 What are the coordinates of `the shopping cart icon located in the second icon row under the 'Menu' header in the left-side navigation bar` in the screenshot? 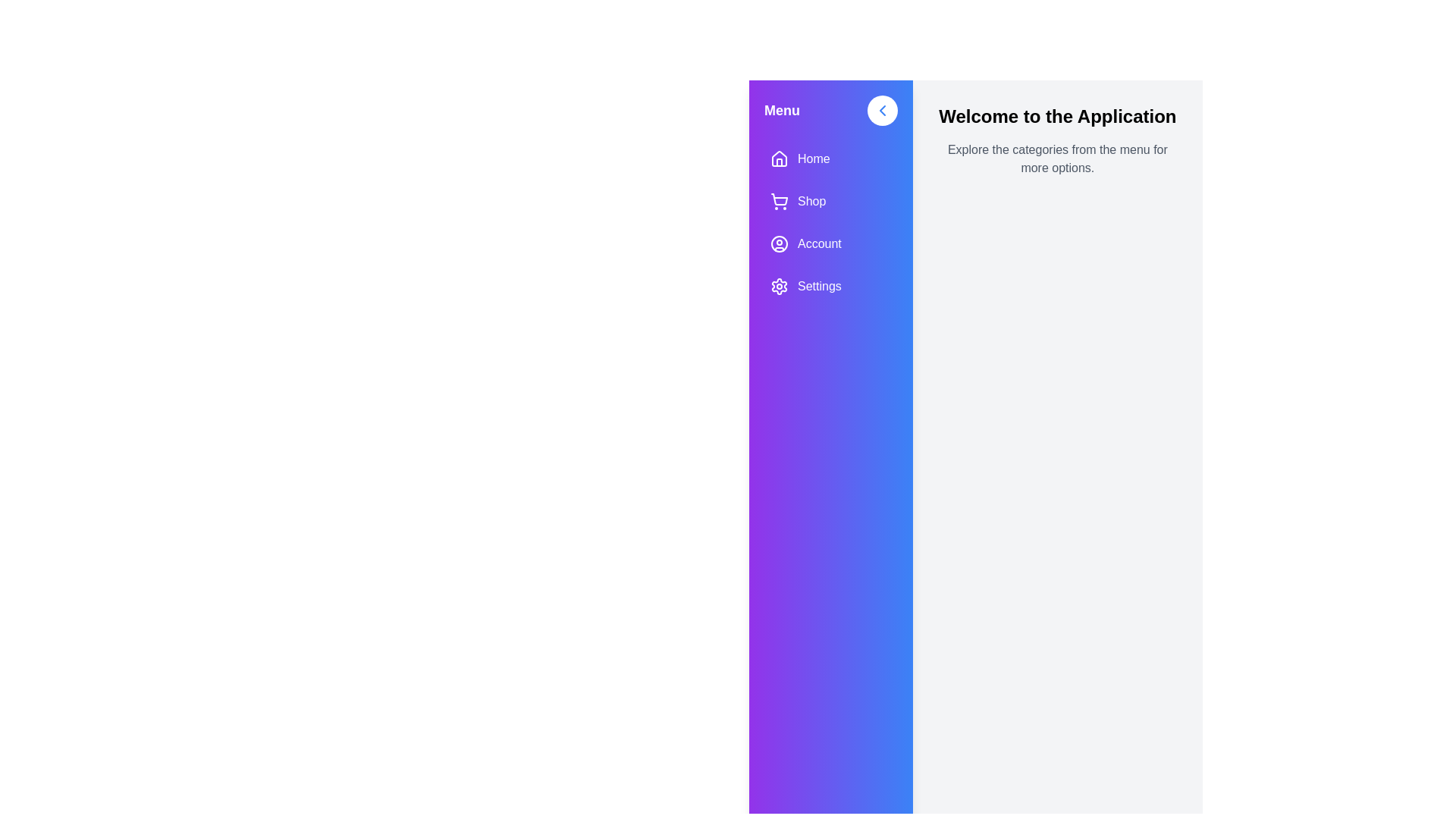 It's located at (780, 199).